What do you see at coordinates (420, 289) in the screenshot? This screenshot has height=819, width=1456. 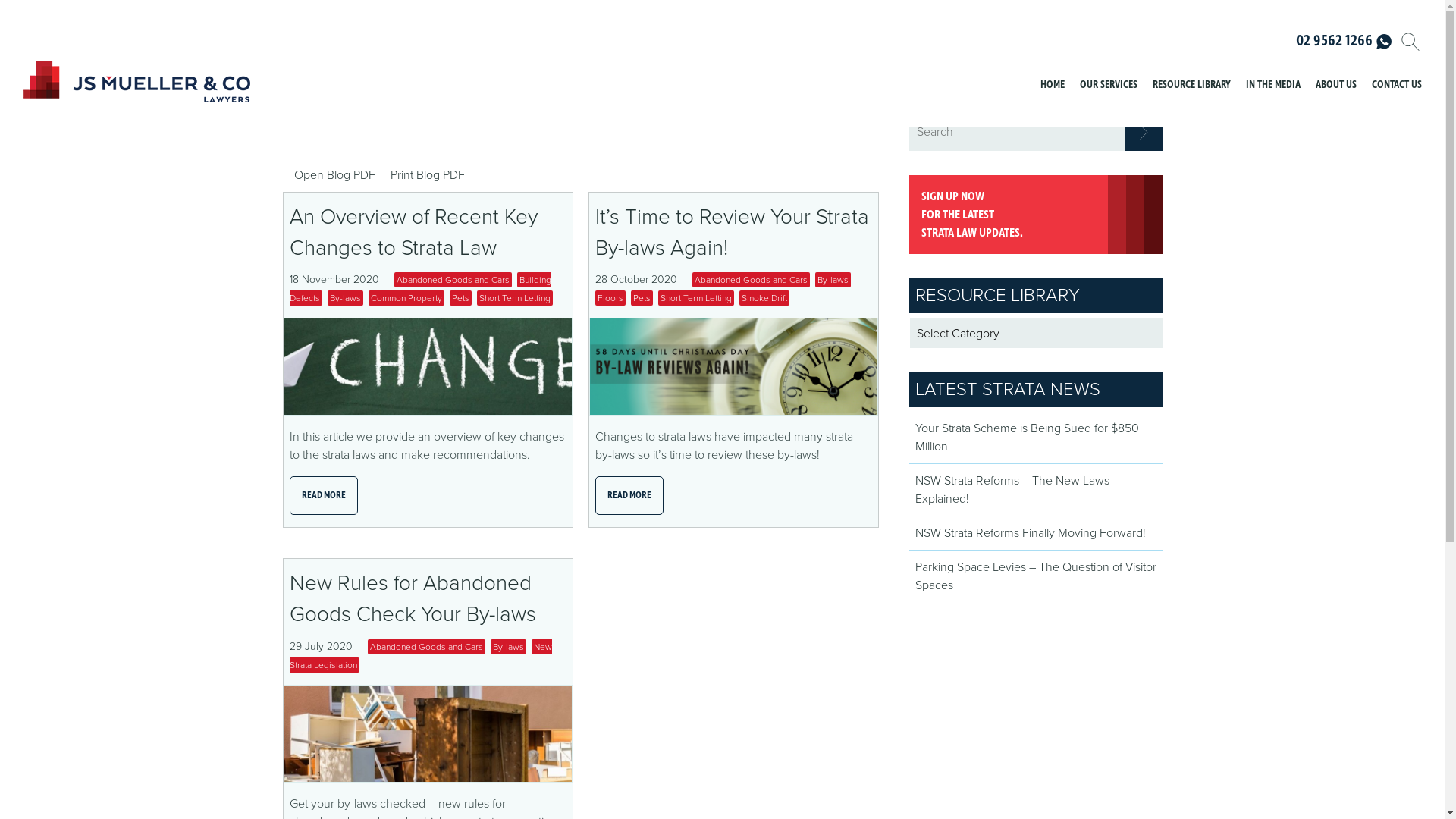 I see `'Building Defects'` at bounding box center [420, 289].